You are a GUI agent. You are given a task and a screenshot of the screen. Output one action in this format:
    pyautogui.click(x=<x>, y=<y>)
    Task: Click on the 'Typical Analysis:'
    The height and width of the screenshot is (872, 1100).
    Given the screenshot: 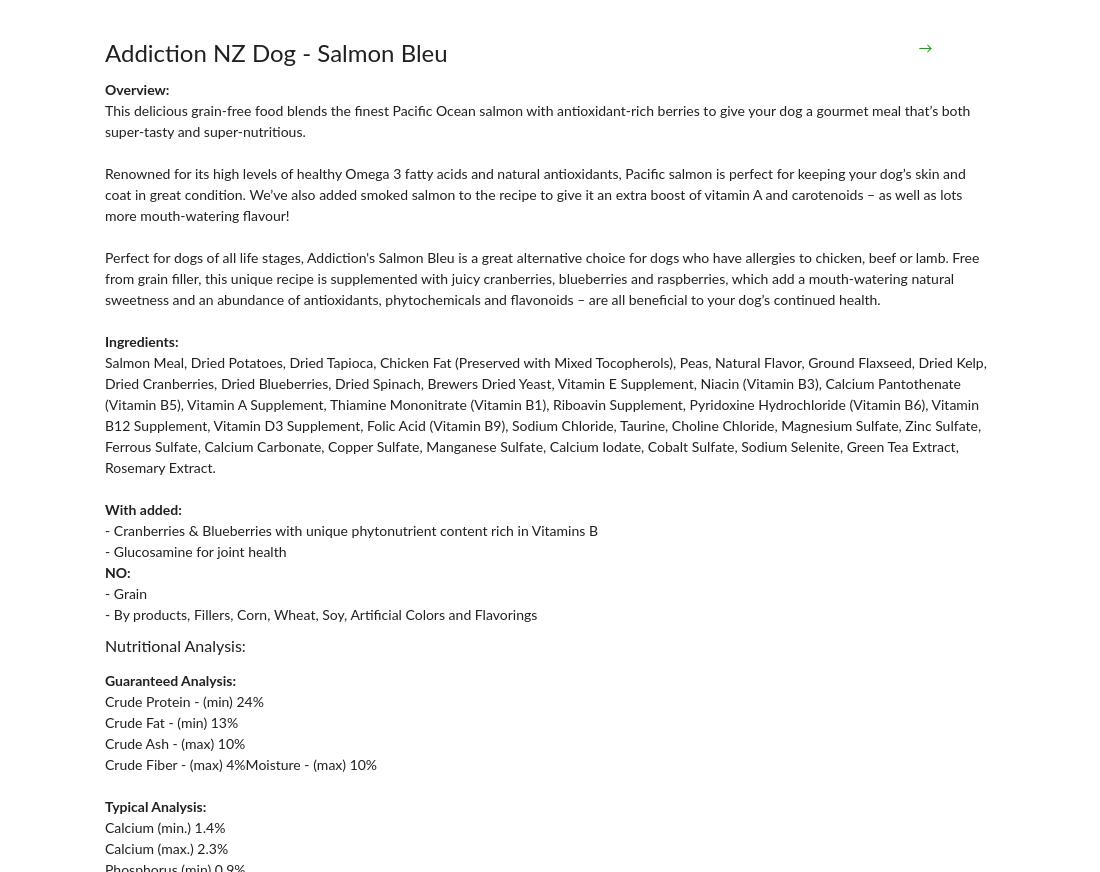 What is the action you would take?
    pyautogui.click(x=105, y=807)
    